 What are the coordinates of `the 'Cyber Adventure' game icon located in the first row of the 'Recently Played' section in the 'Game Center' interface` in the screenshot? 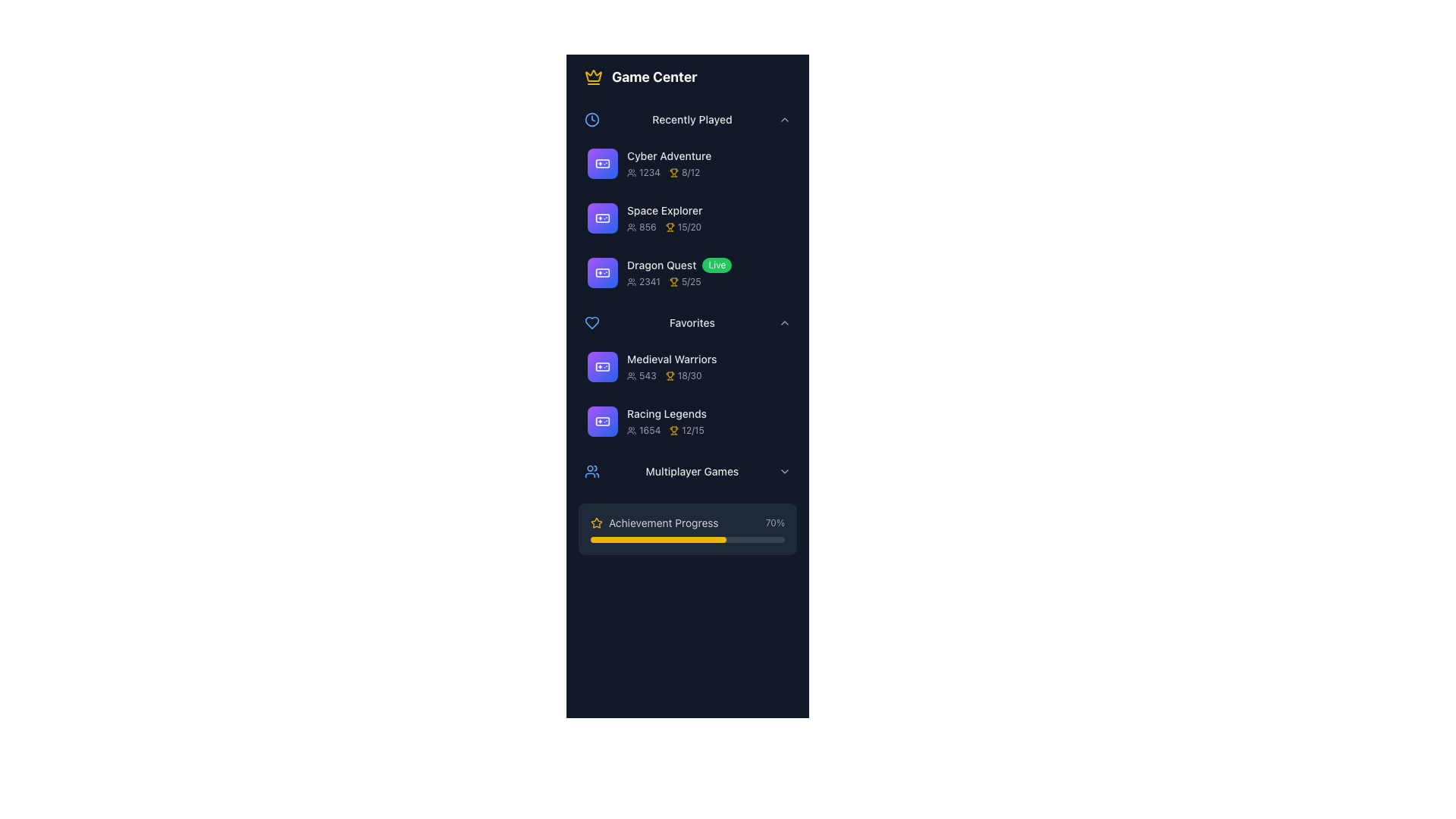 It's located at (602, 164).